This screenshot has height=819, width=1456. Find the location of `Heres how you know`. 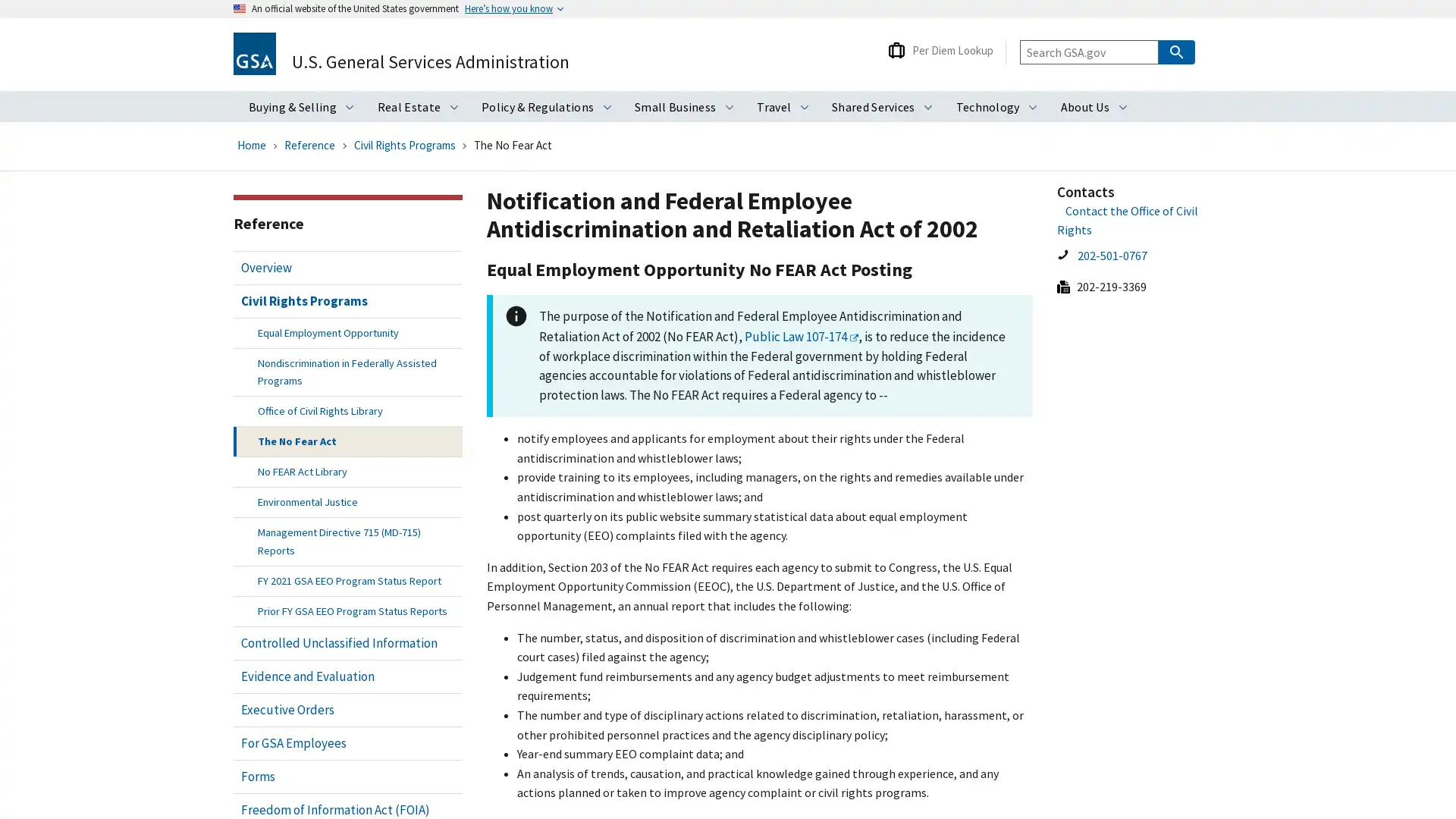

Heres how you know is located at coordinates (509, 8).